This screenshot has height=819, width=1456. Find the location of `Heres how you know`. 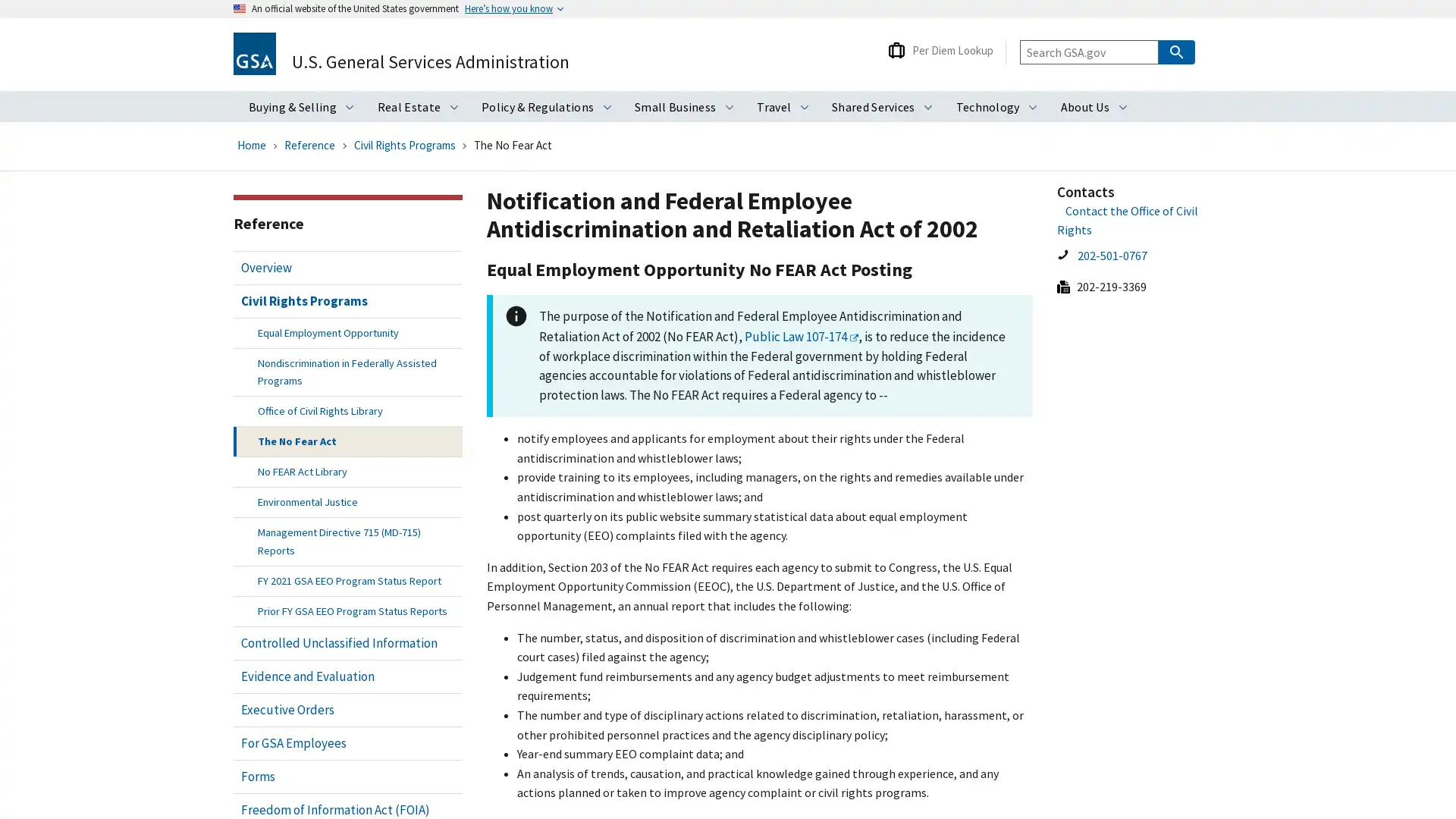

Heres how you know is located at coordinates (509, 8).